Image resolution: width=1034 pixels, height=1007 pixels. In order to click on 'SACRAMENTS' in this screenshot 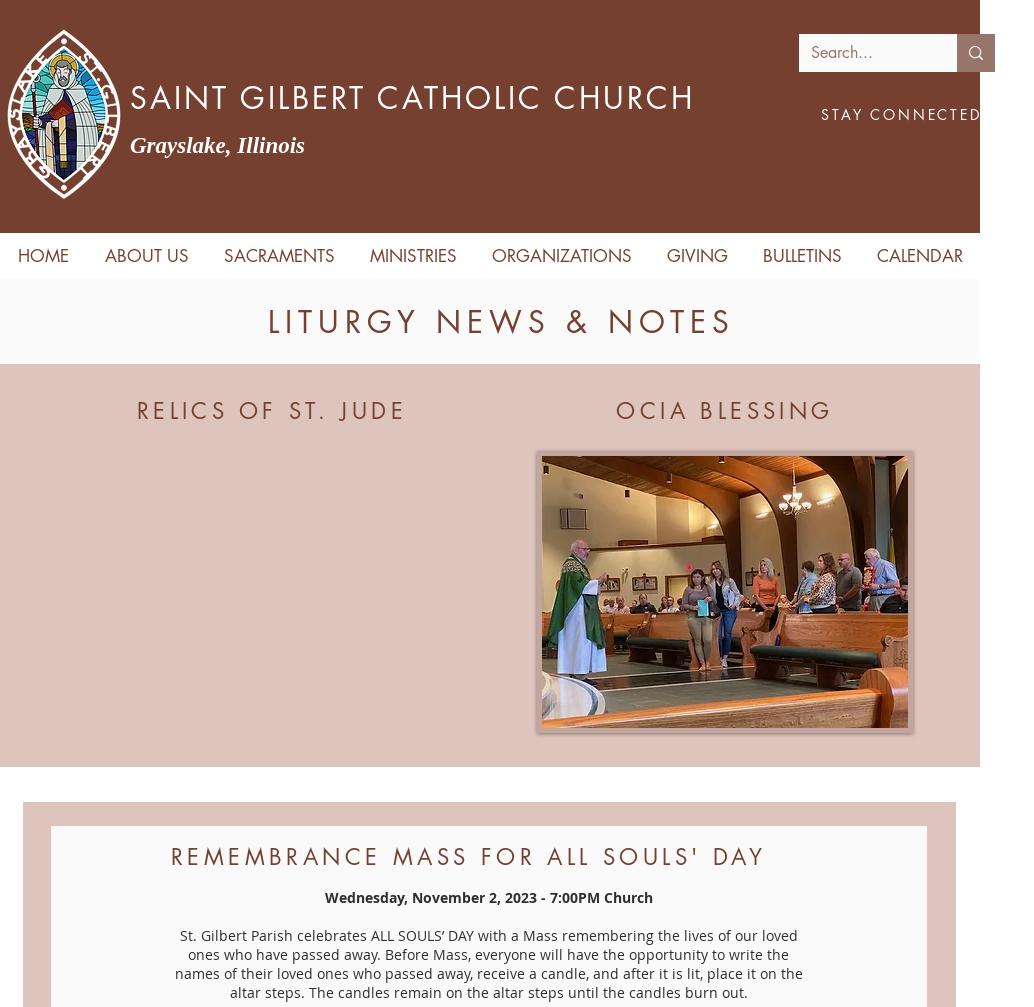, I will do `click(277, 255)`.